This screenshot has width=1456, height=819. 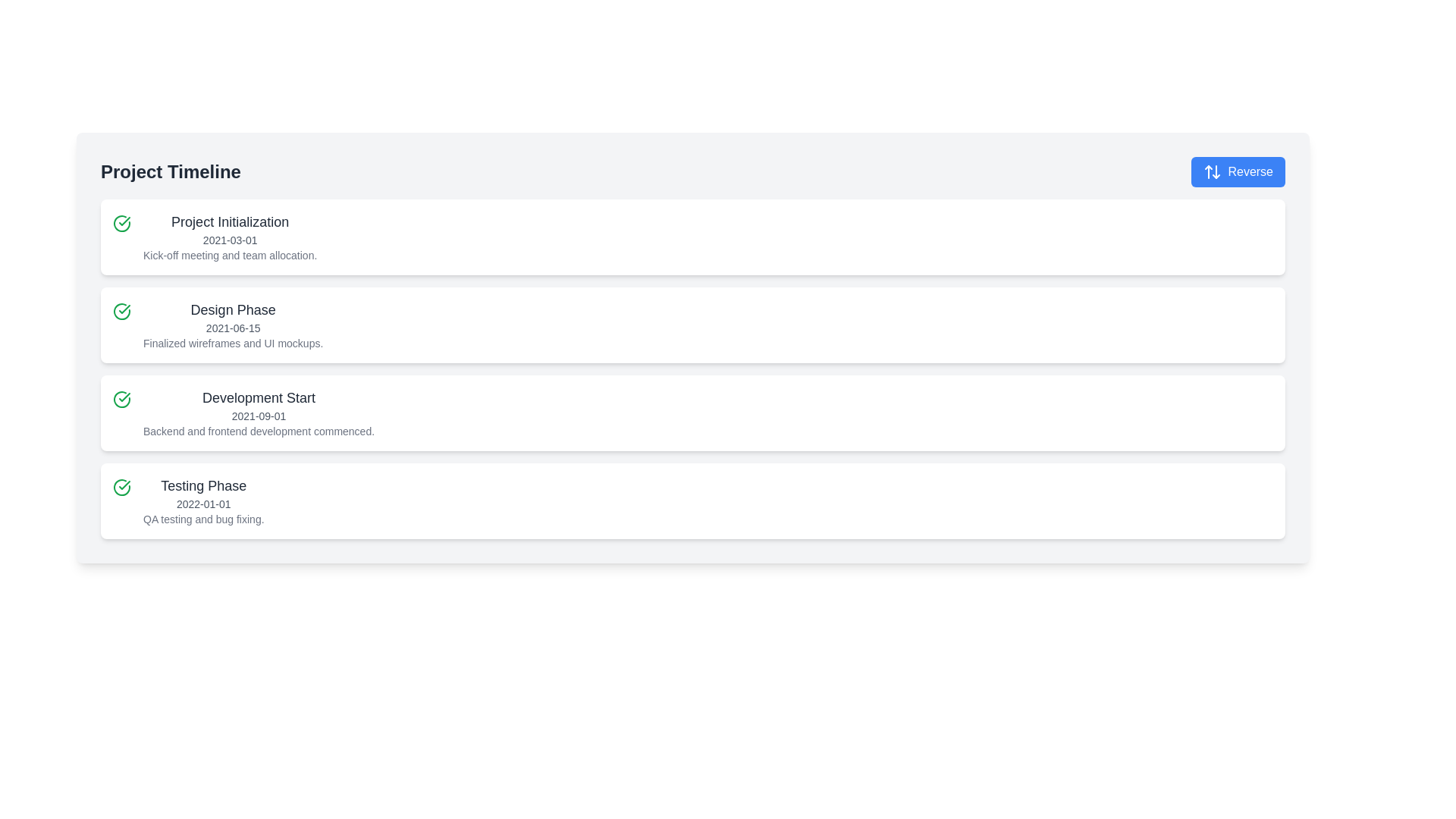 I want to click on the text segment displaying 'Finalized wireframes and UI mockups.' located below the date '2021-06-15' in the 'Design Phase' section, so click(x=232, y=343).